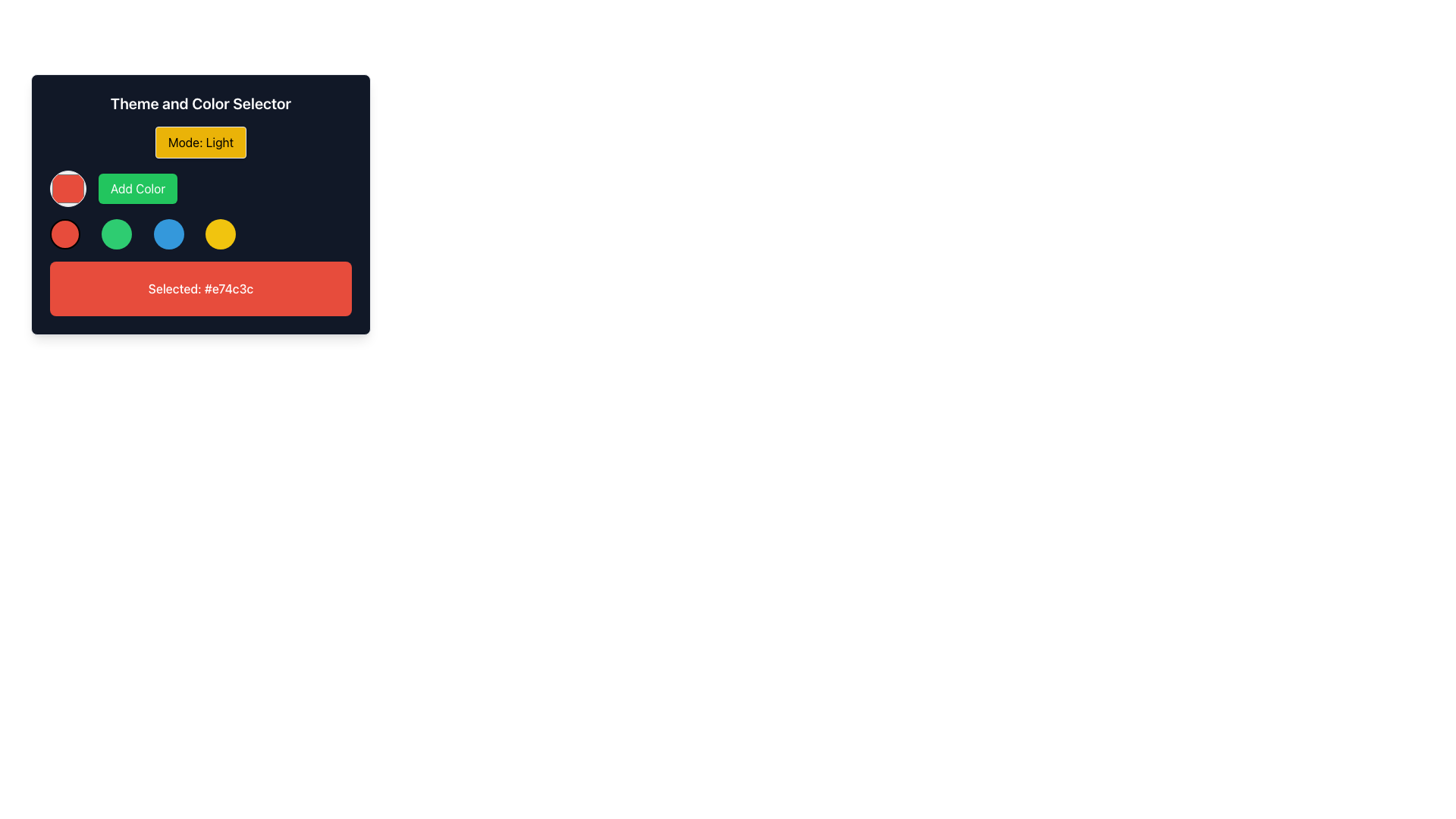 Image resolution: width=1456 pixels, height=819 pixels. What do you see at coordinates (64, 234) in the screenshot?
I see `the circular, red-colored button with a black border located in a grid layout, positioned to the left-most side, just below the 'Add Color' button` at bounding box center [64, 234].